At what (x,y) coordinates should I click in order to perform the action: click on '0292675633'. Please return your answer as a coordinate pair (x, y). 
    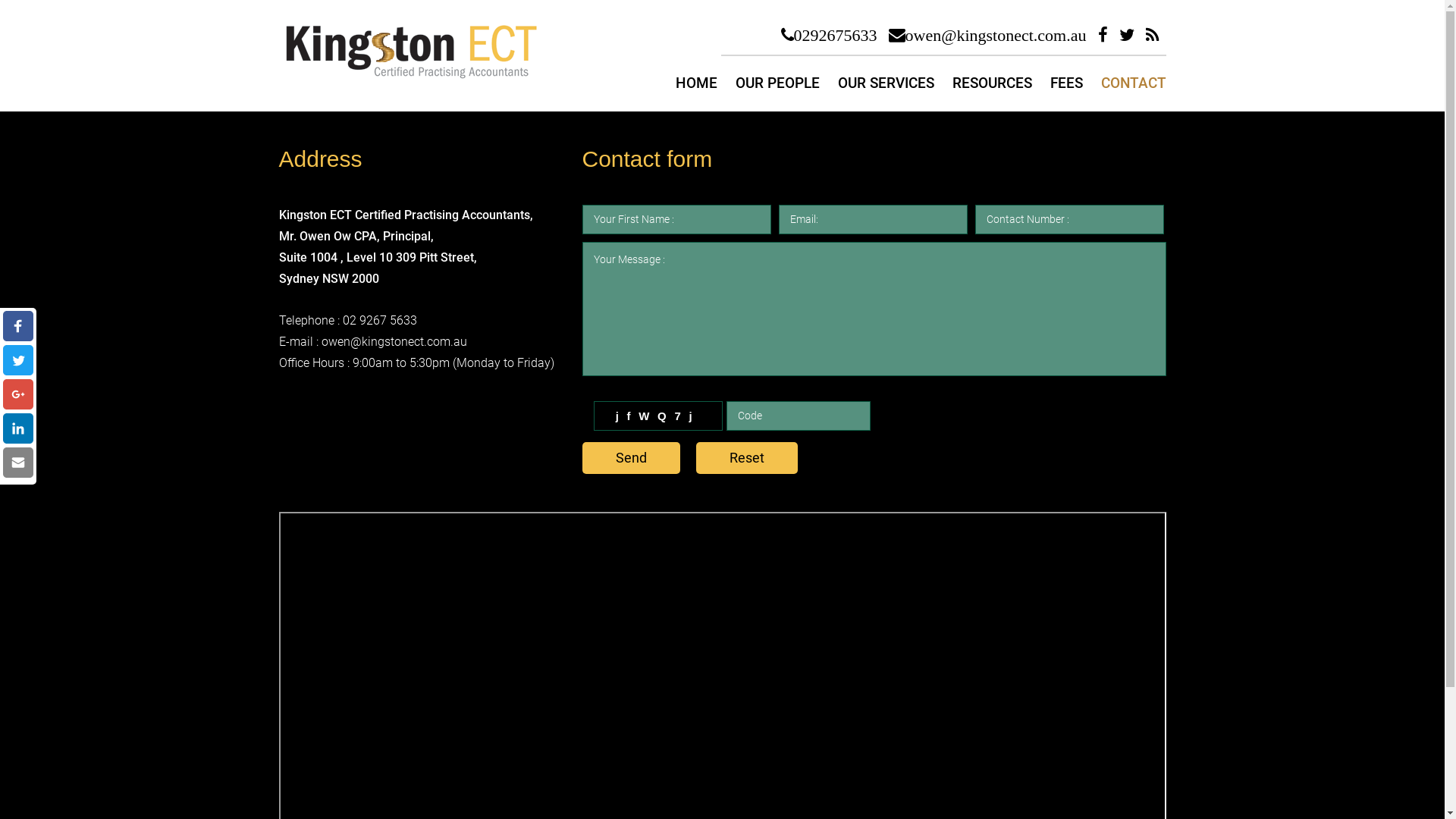
    Looking at the image, I should click on (828, 34).